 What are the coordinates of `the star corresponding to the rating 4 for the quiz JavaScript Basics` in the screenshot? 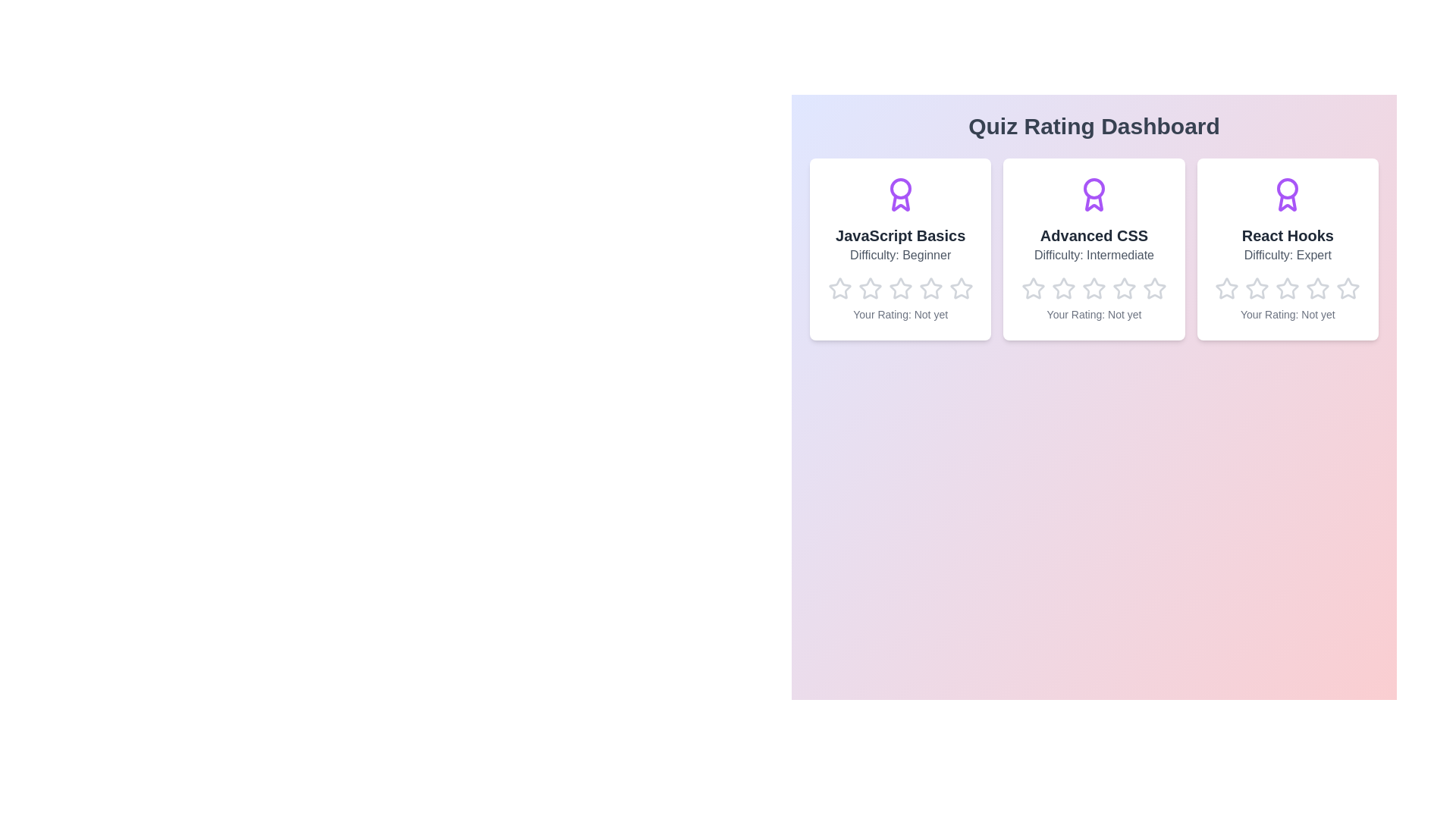 It's located at (918, 277).